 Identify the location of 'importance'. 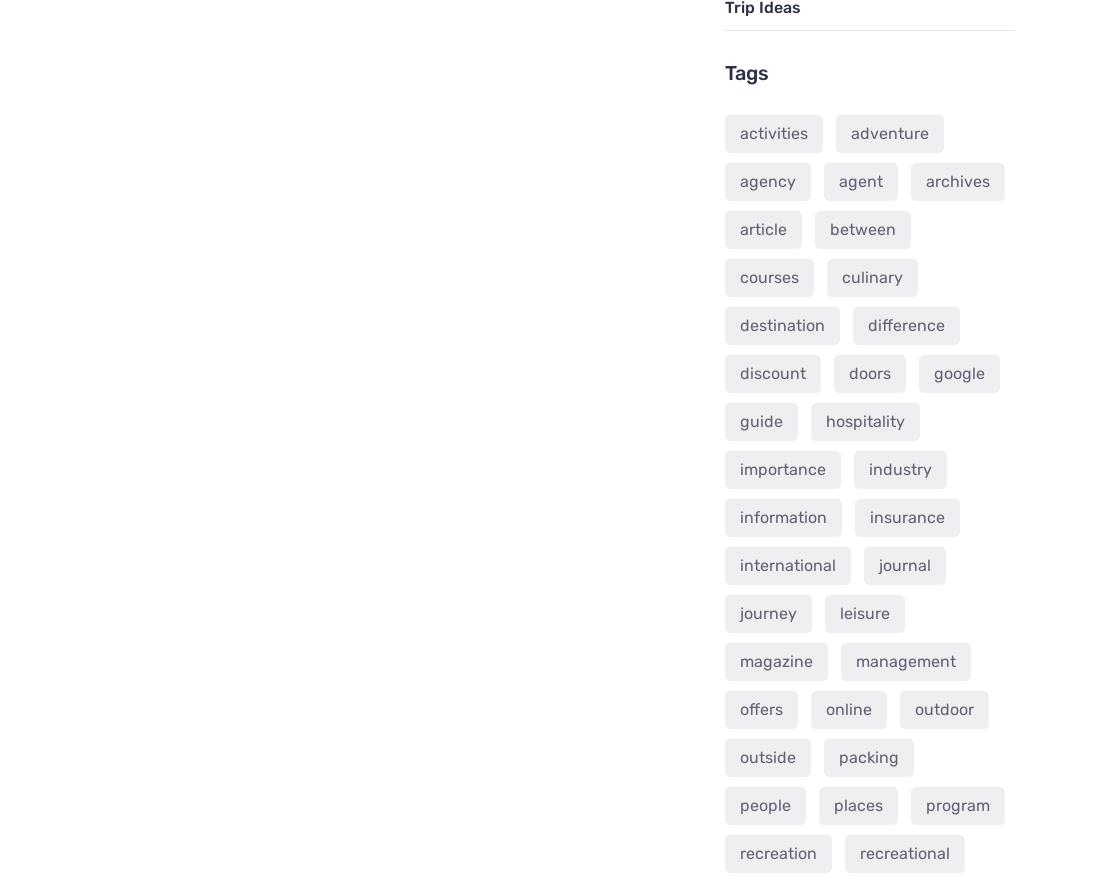
(781, 468).